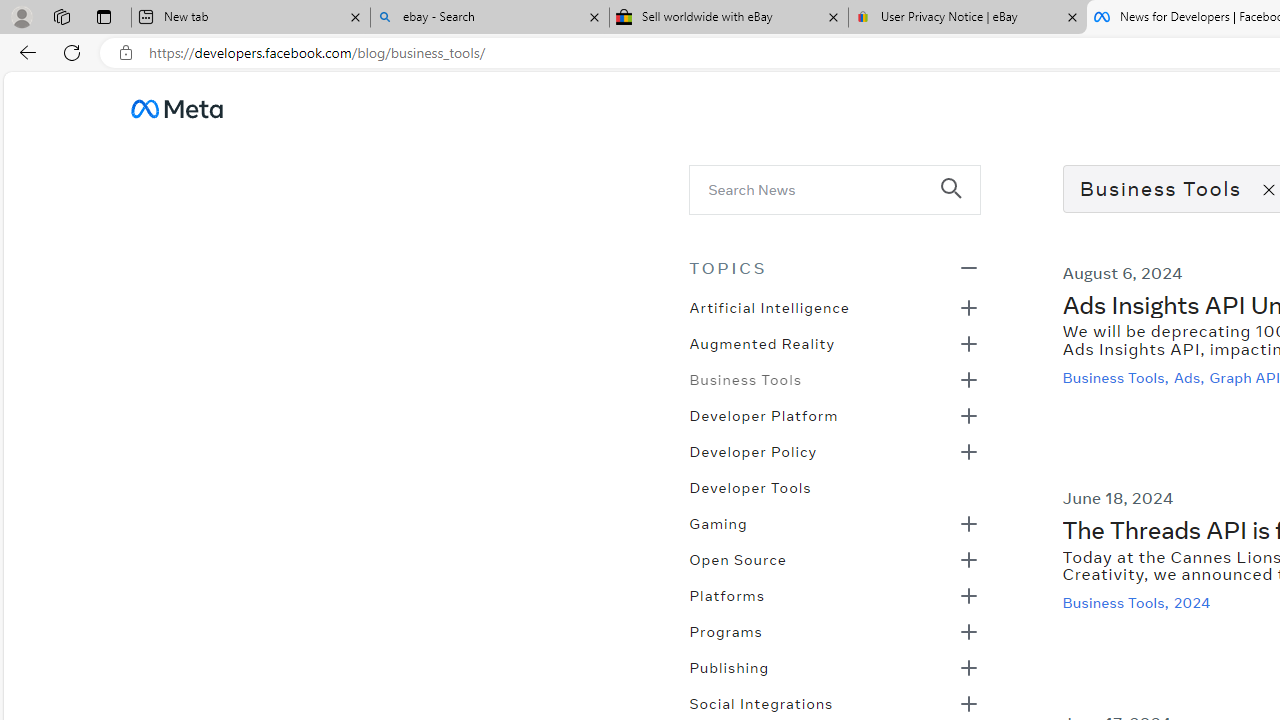 The height and width of the screenshot is (720, 1280). Describe the element at coordinates (24, 51) in the screenshot. I see `'Back'` at that location.